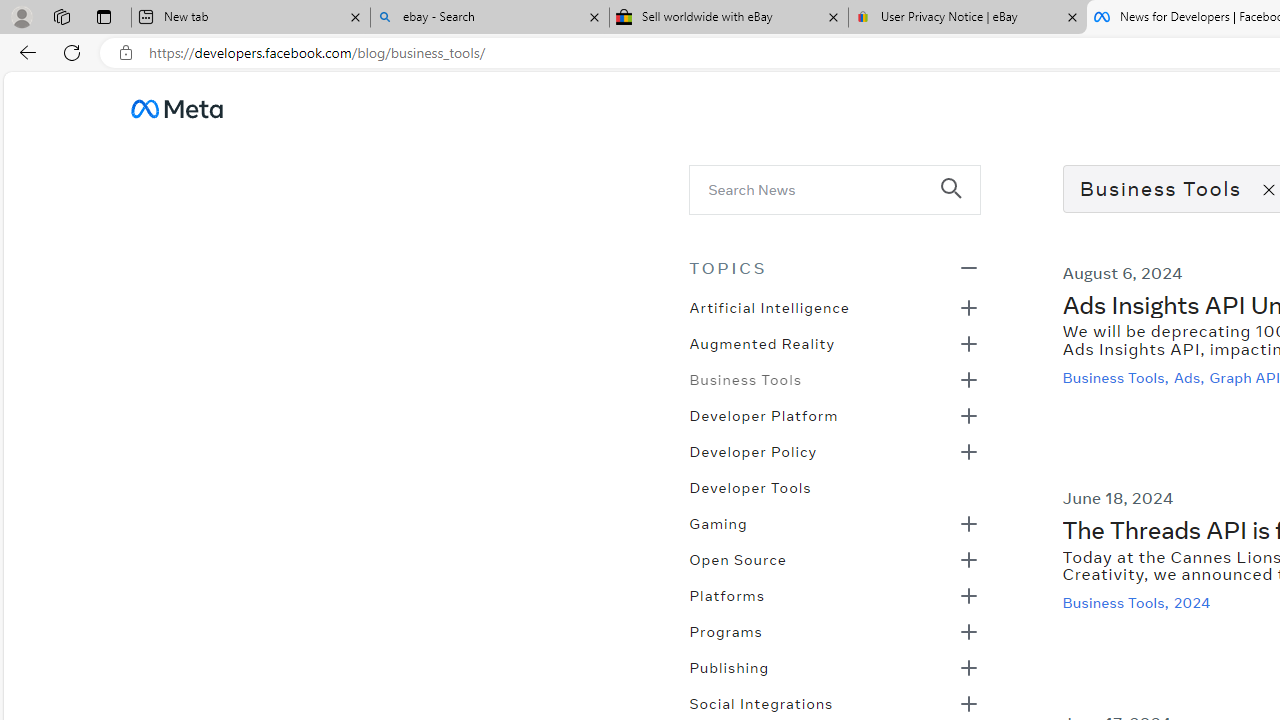 The height and width of the screenshot is (720, 1280). Describe the element at coordinates (24, 51) in the screenshot. I see `'Back'` at that location.